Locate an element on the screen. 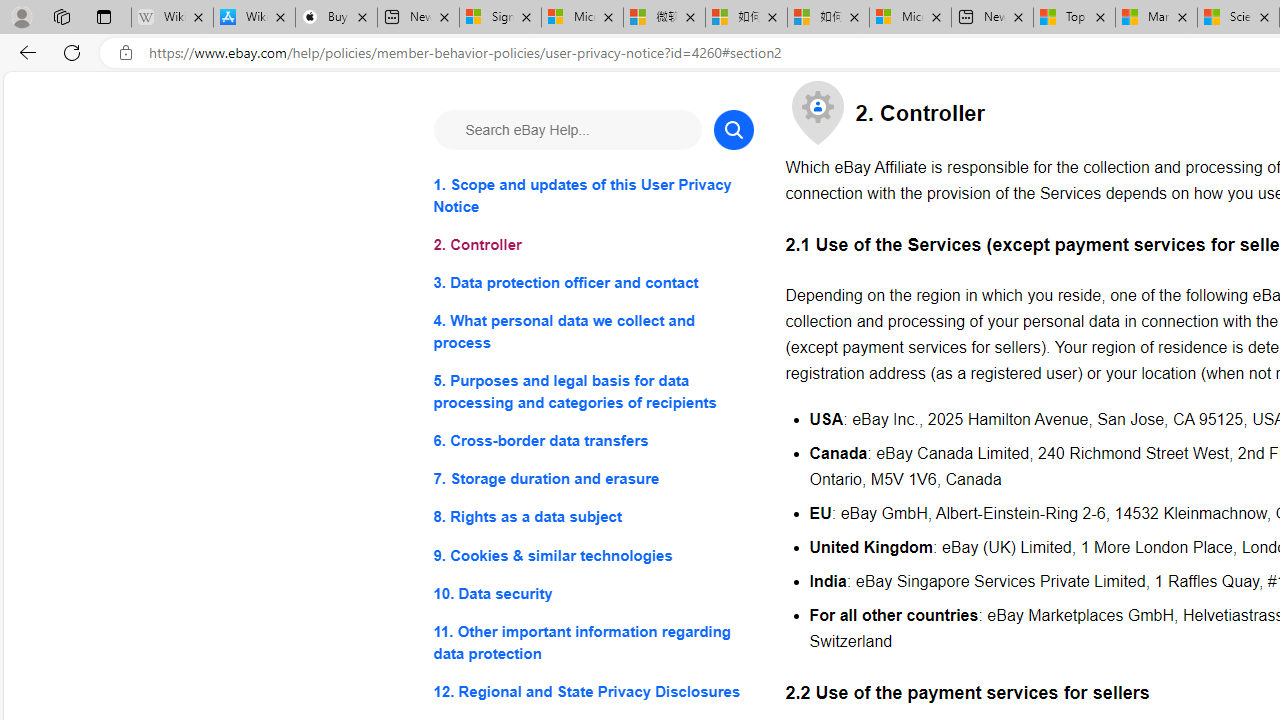  'Workspaces' is located at coordinates (61, 16).